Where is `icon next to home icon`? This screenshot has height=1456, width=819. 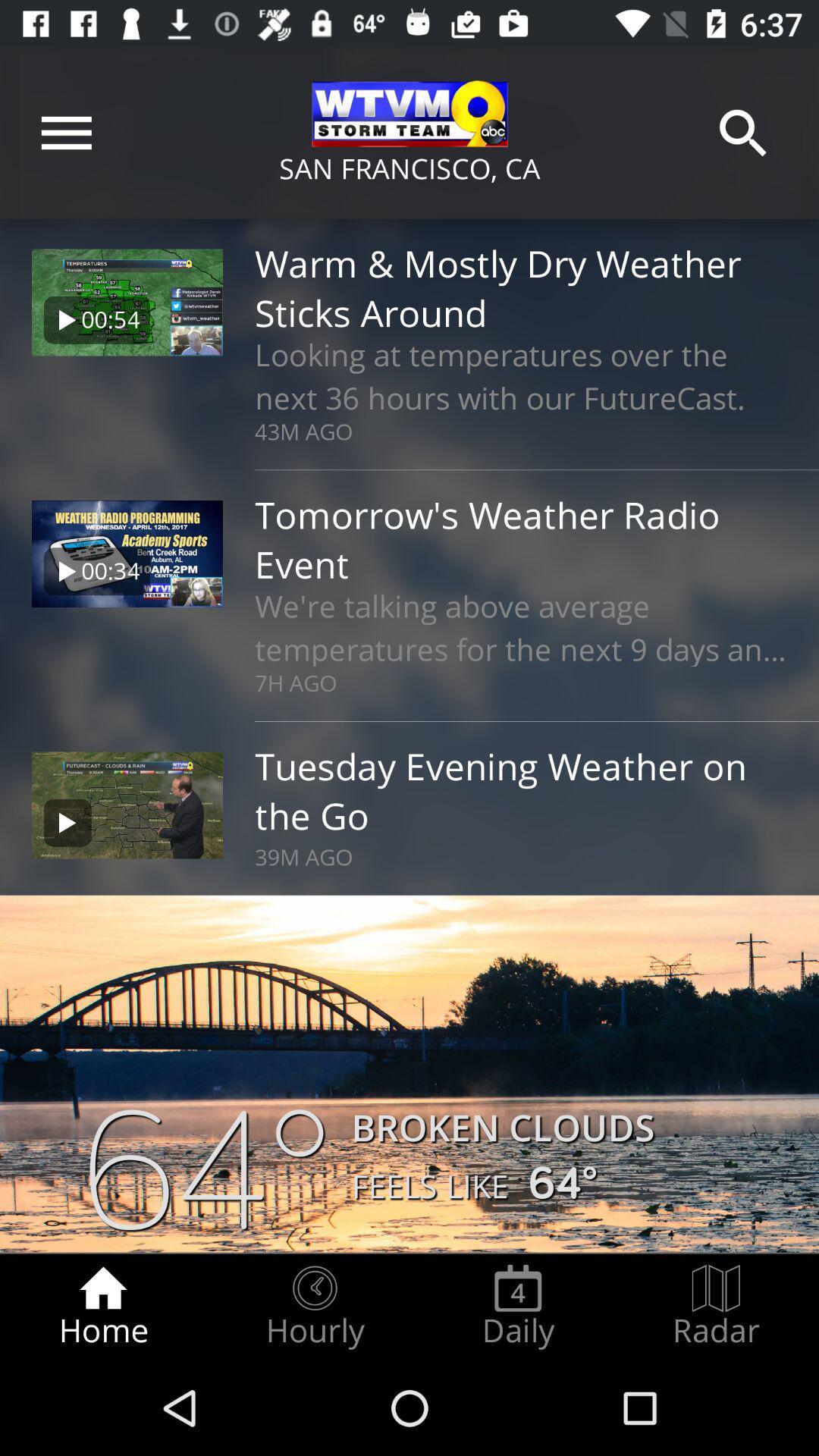
icon next to home icon is located at coordinates (314, 1306).